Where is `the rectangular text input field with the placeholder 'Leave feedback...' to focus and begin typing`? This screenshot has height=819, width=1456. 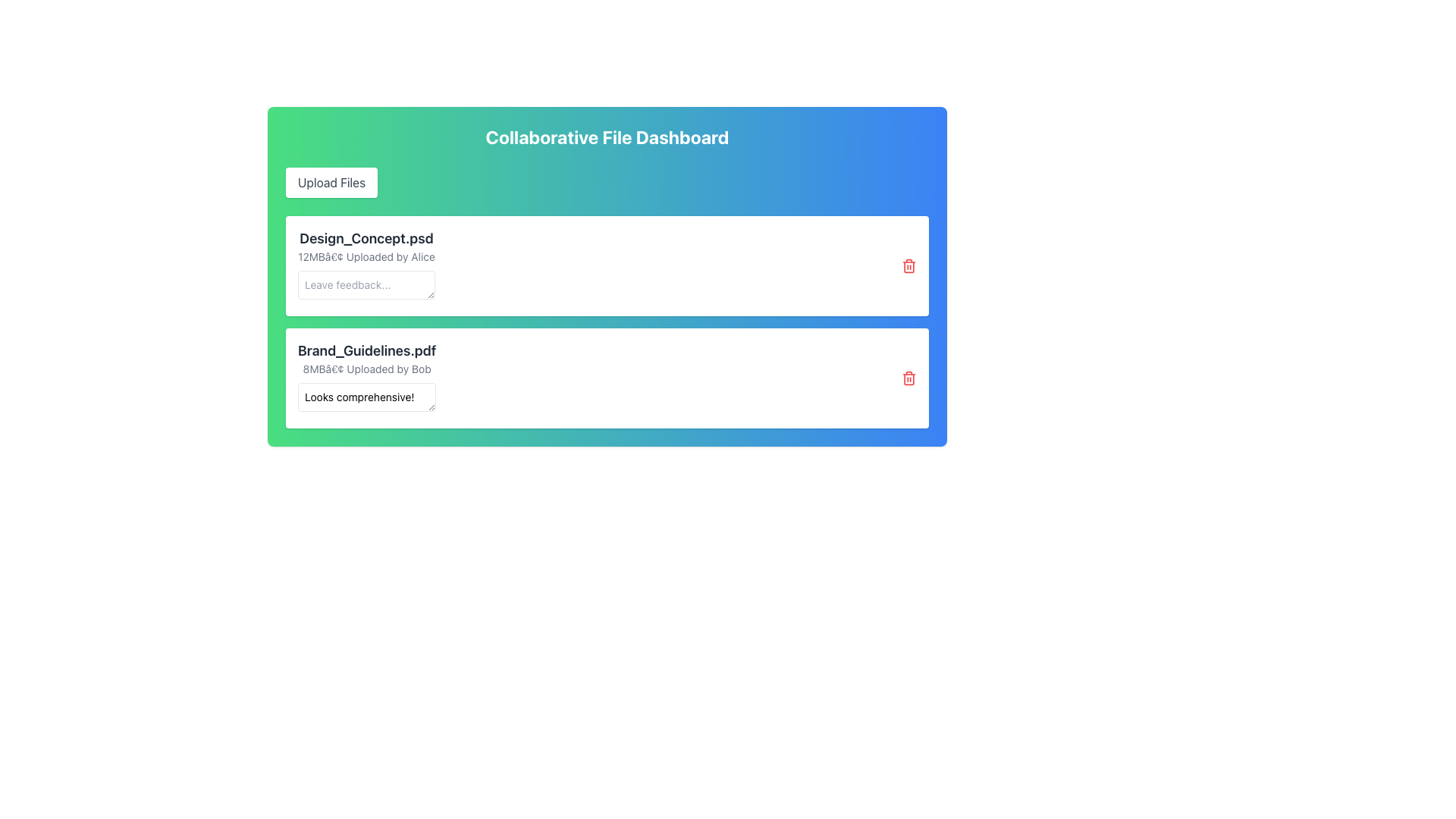
the rectangular text input field with the placeholder 'Leave feedback...' to focus and begin typing is located at coordinates (366, 284).